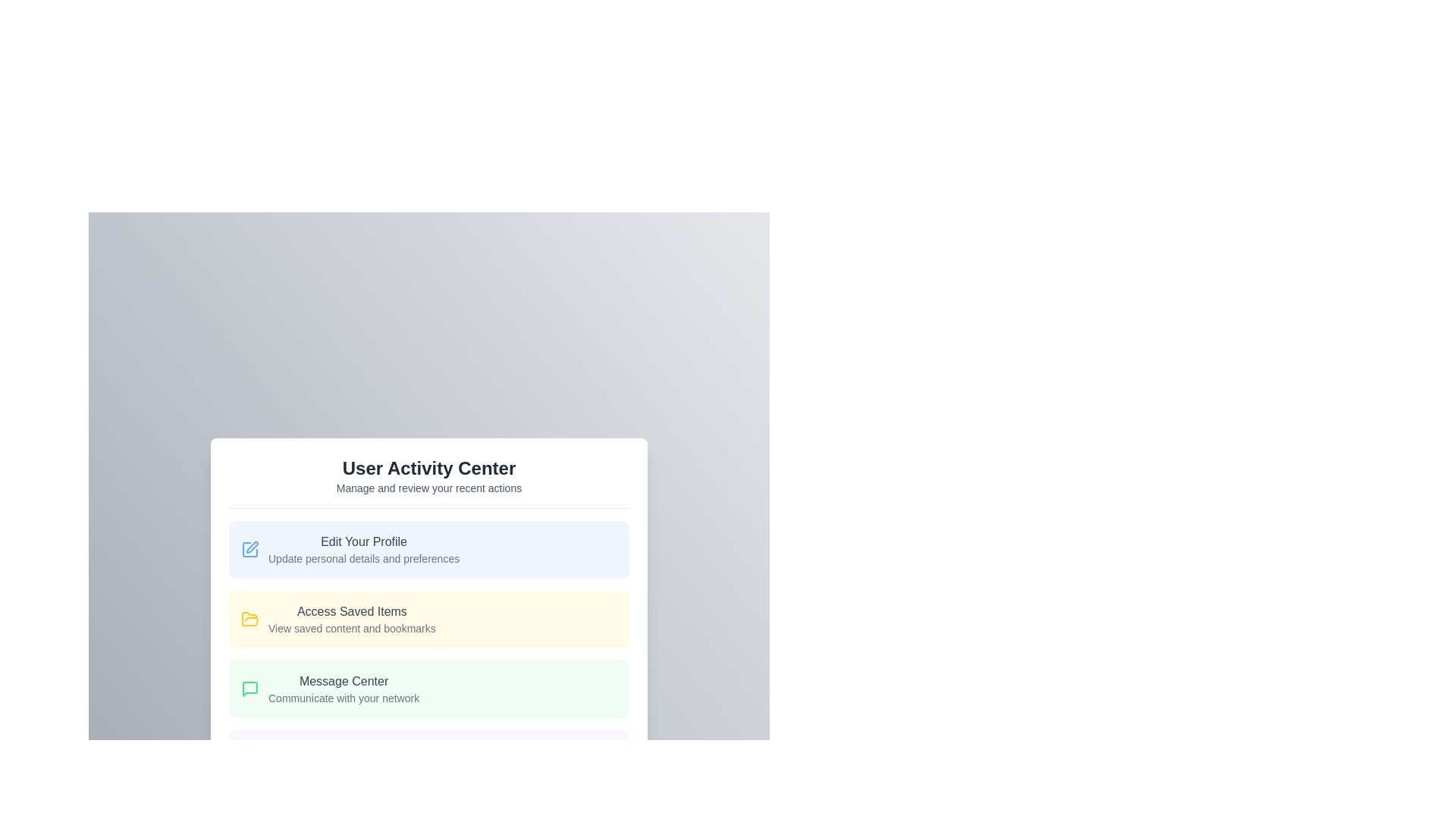  What do you see at coordinates (250, 619) in the screenshot?
I see `the small folder icon with a yellow outline located in the 'User Activity Center' interface, adjacent to the 'Access Saved Items' text` at bounding box center [250, 619].